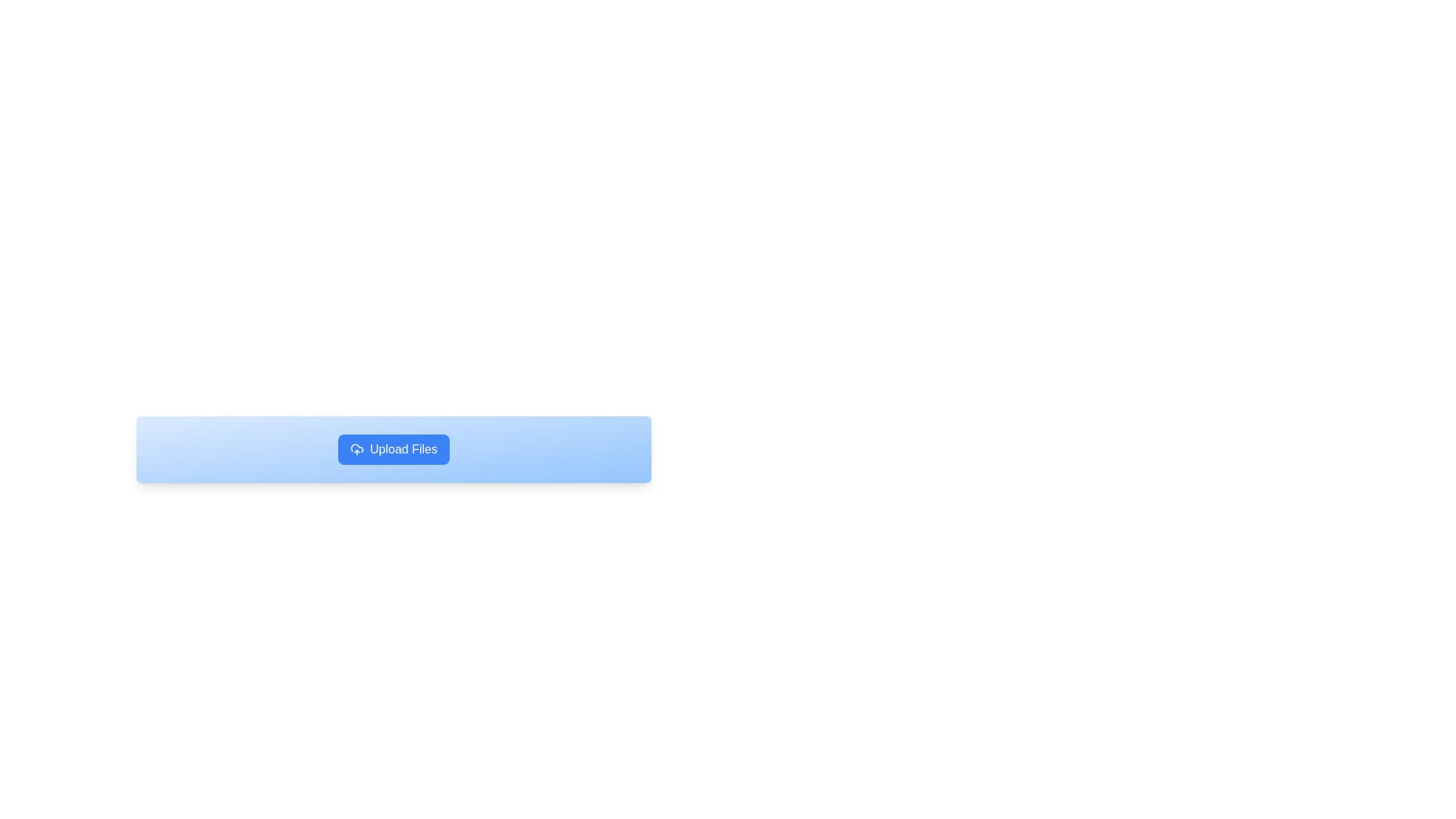  What do you see at coordinates (356, 447) in the screenshot?
I see `the top-left portion of the cloud icon, which is part of the 'Upload Files' button, characterized by its minimalistic blue and white design` at bounding box center [356, 447].